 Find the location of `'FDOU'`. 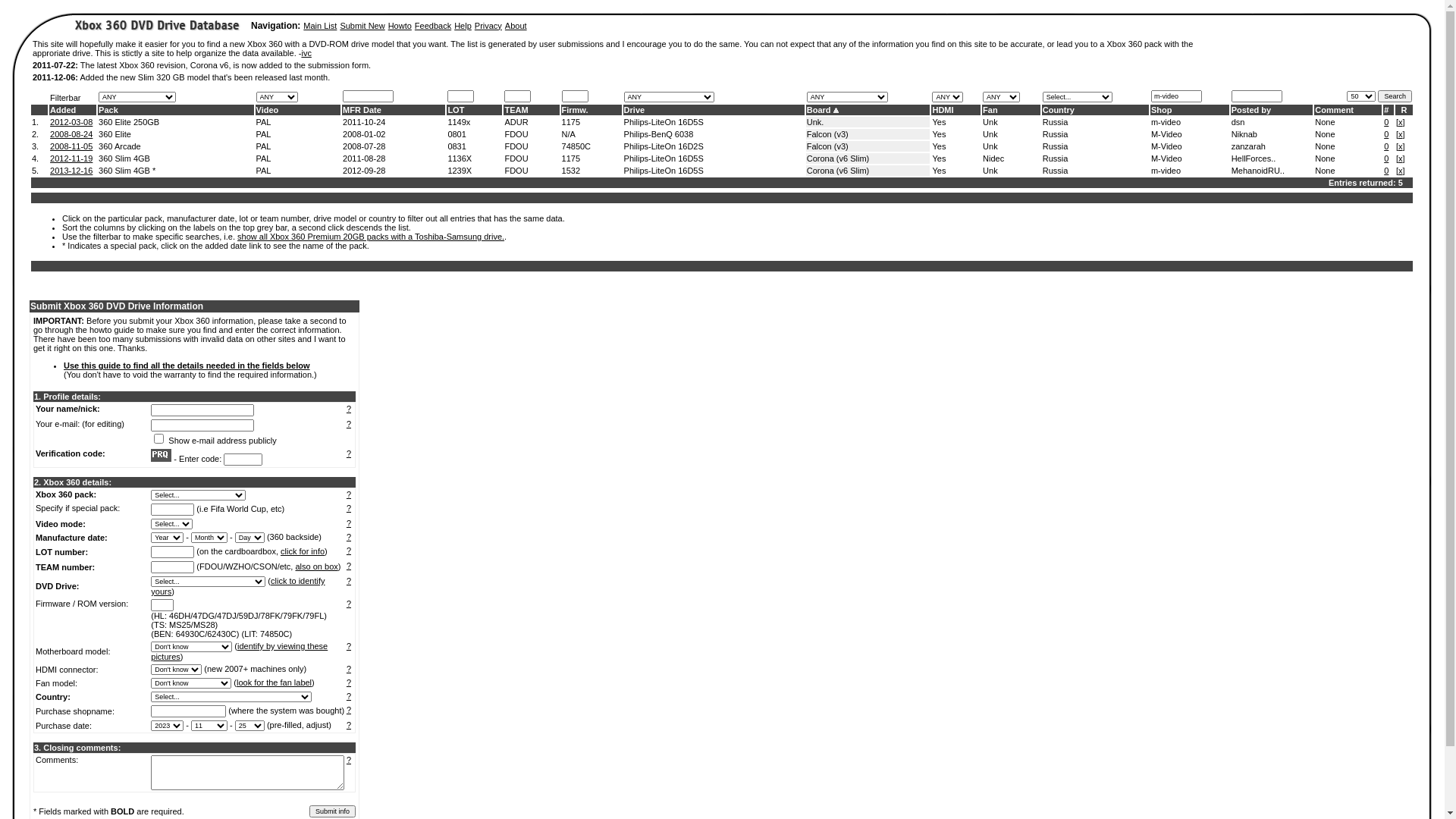

'FDOU' is located at coordinates (516, 170).